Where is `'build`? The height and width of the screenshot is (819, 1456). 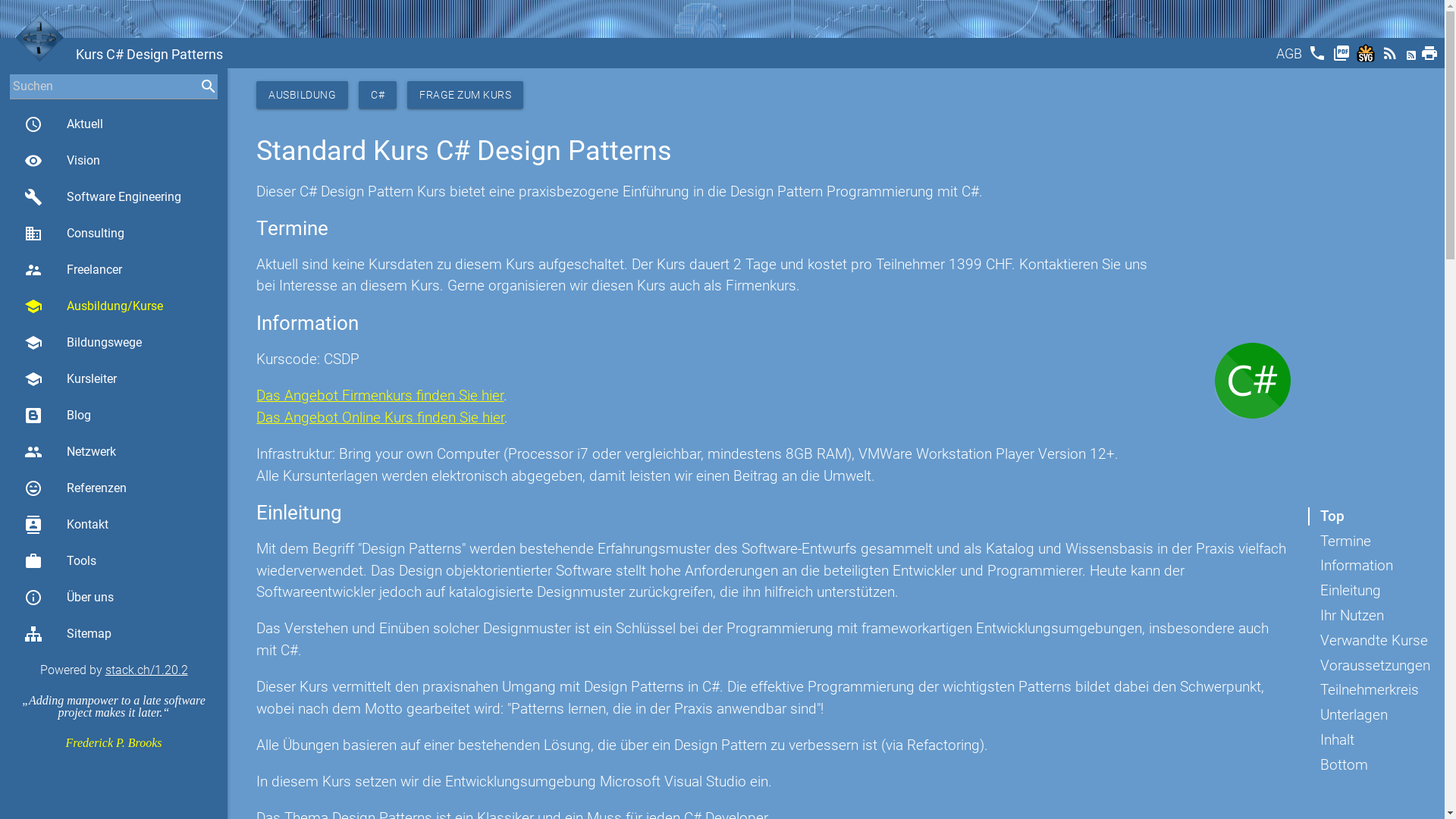 'build is located at coordinates (112, 196).